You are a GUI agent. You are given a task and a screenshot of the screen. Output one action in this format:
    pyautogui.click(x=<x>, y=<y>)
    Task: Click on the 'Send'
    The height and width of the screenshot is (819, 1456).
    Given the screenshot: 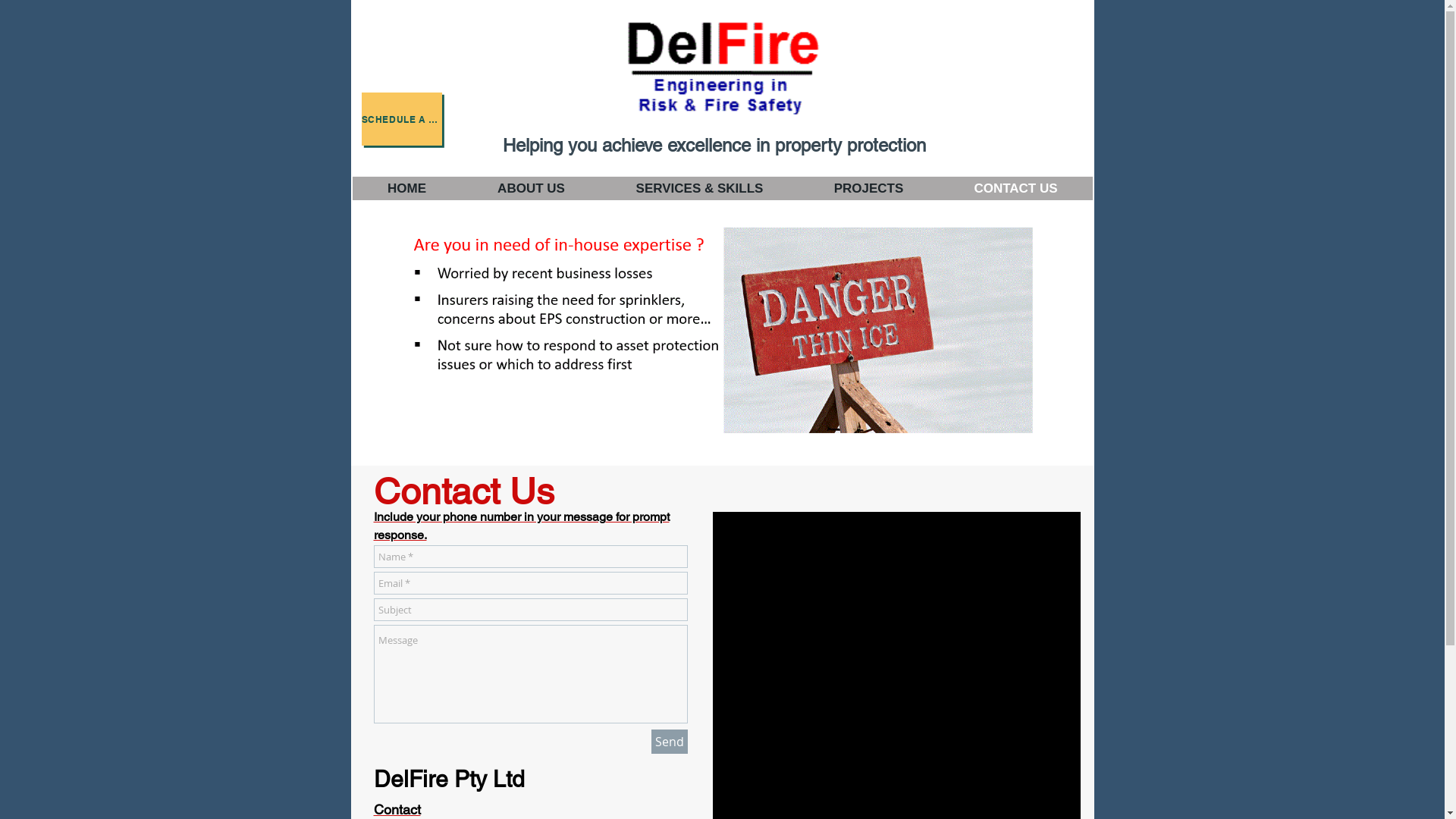 What is the action you would take?
    pyautogui.click(x=668, y=741)
    